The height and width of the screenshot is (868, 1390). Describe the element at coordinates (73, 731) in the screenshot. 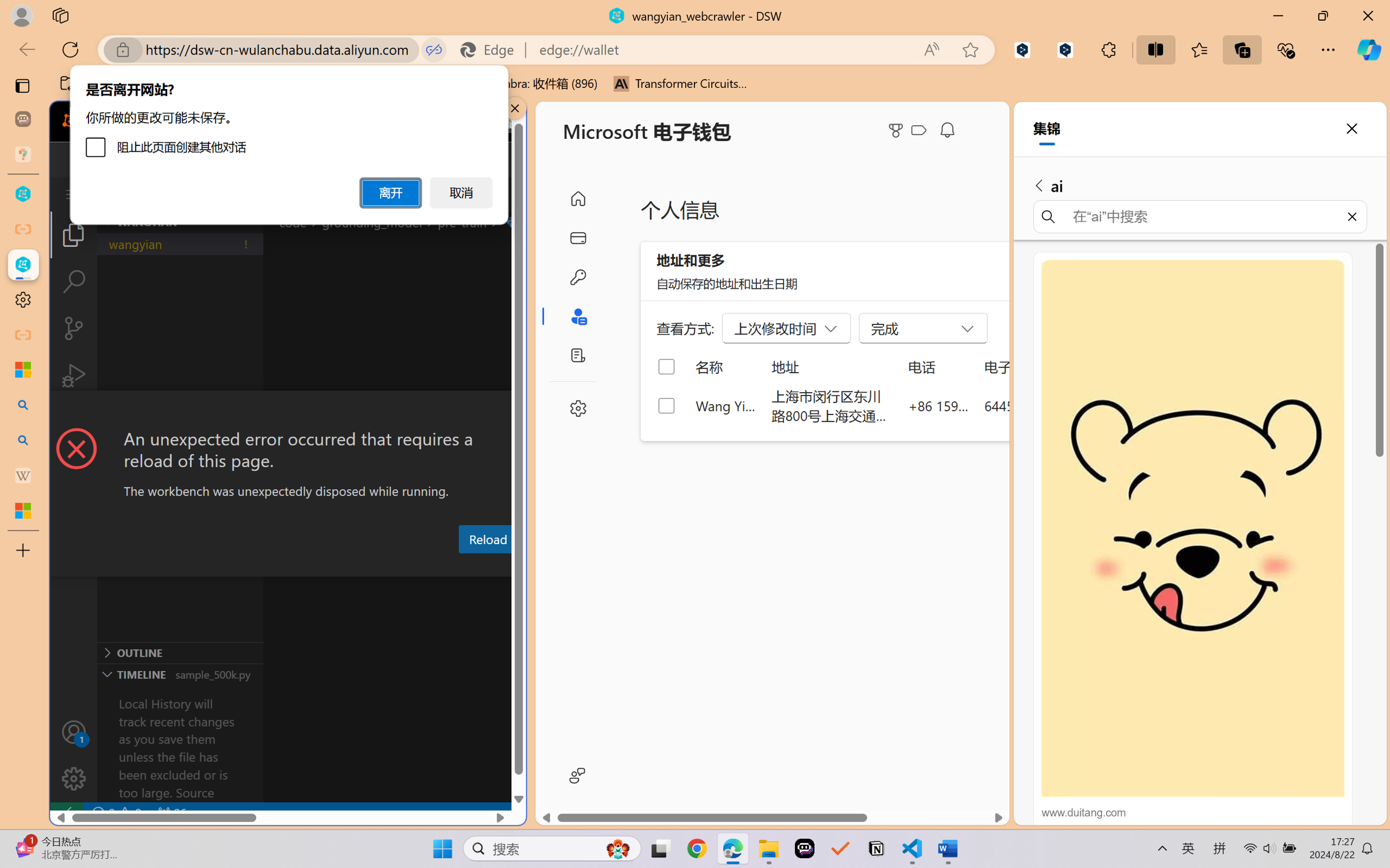

I see `'Accounts - Sign in requested'` at that location.